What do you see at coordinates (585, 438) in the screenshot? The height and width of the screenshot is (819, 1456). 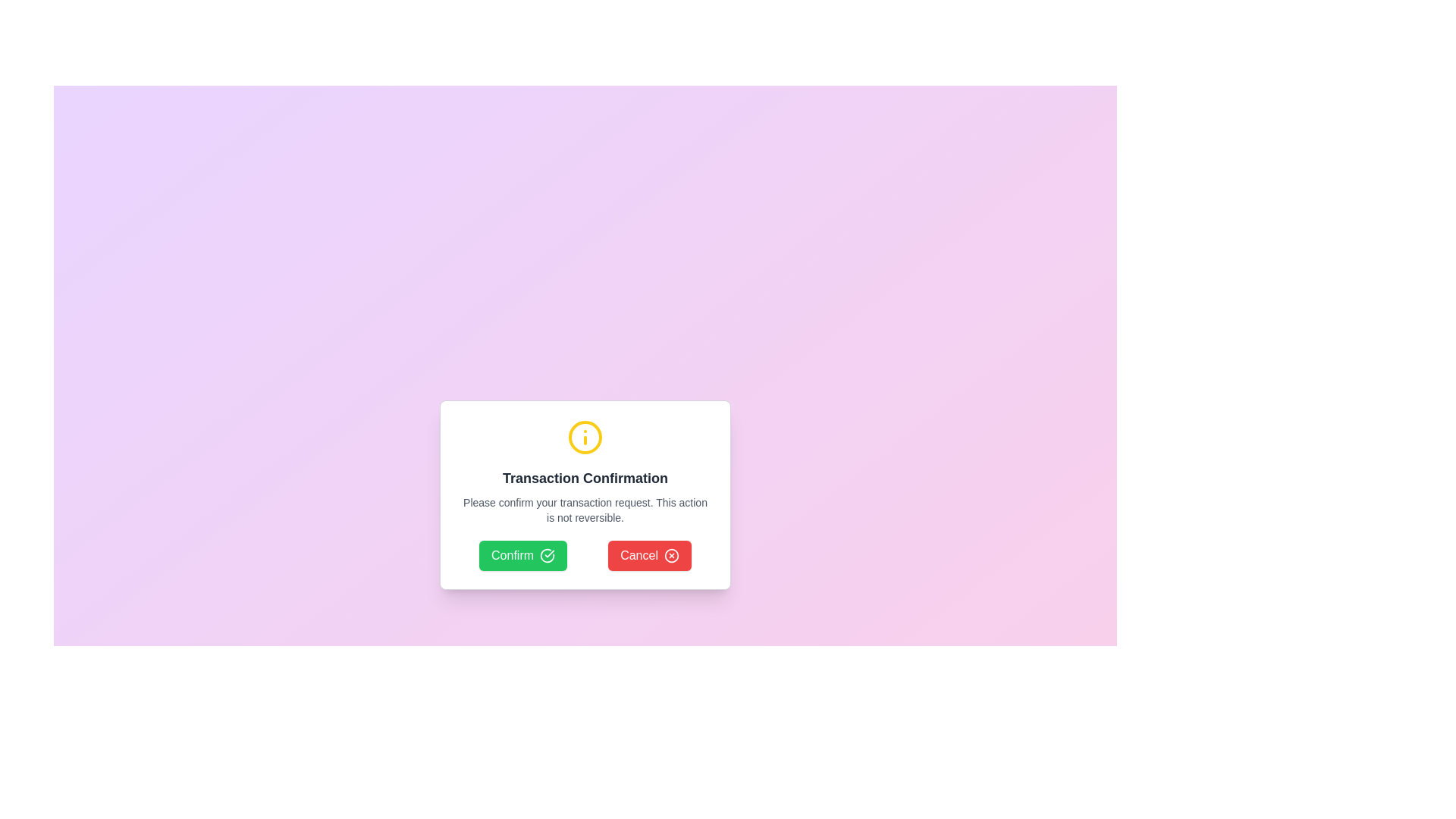 I see `attributes of the yellow circle icon located at the top center of the confirmation modal's icon area by clicking on it` at bounding box center [585, 438].